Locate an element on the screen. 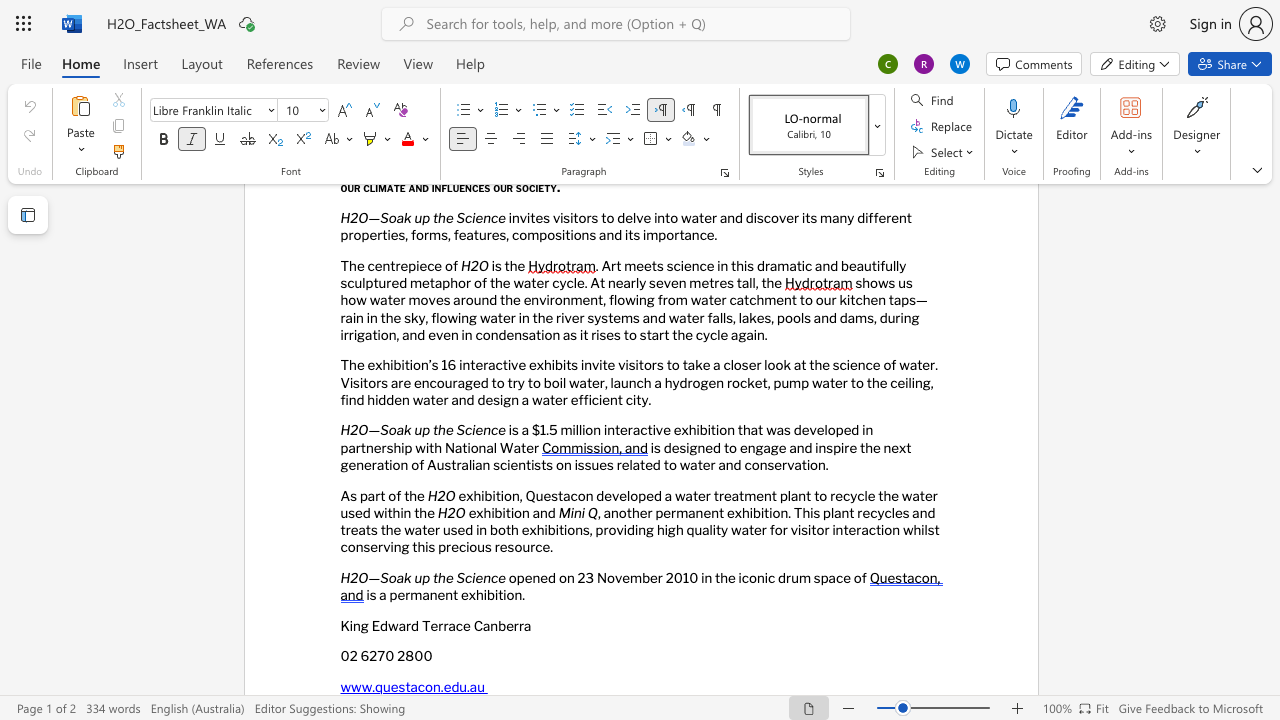 Image resolution: width=1280 pixels, height=720 pixels. the 1th character "t" in the text is located at coordinates (406, 685).